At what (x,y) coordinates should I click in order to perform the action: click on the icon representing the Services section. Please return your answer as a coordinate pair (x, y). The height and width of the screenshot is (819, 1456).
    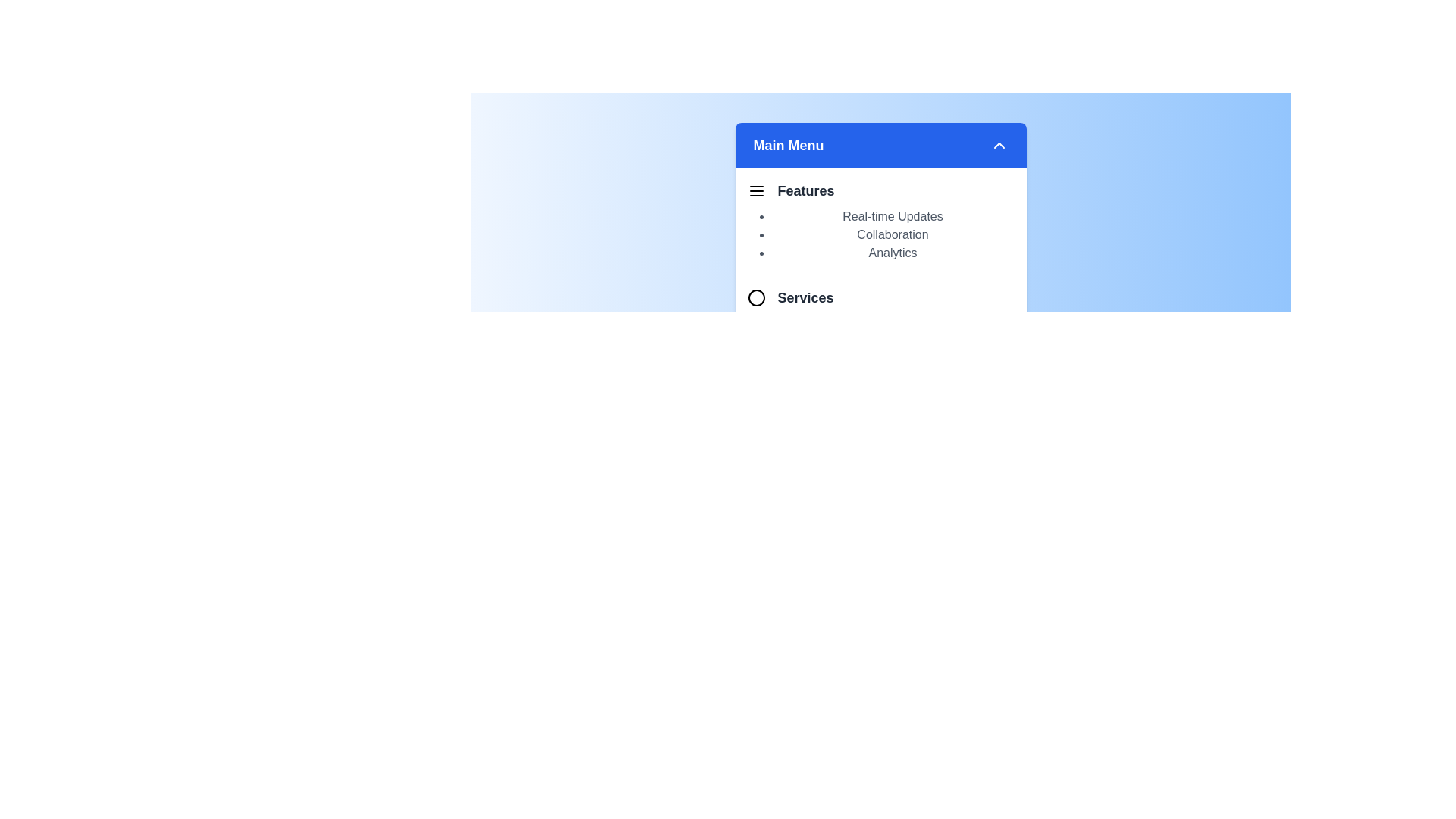
    Looking at the image, I should click on (756, 298).